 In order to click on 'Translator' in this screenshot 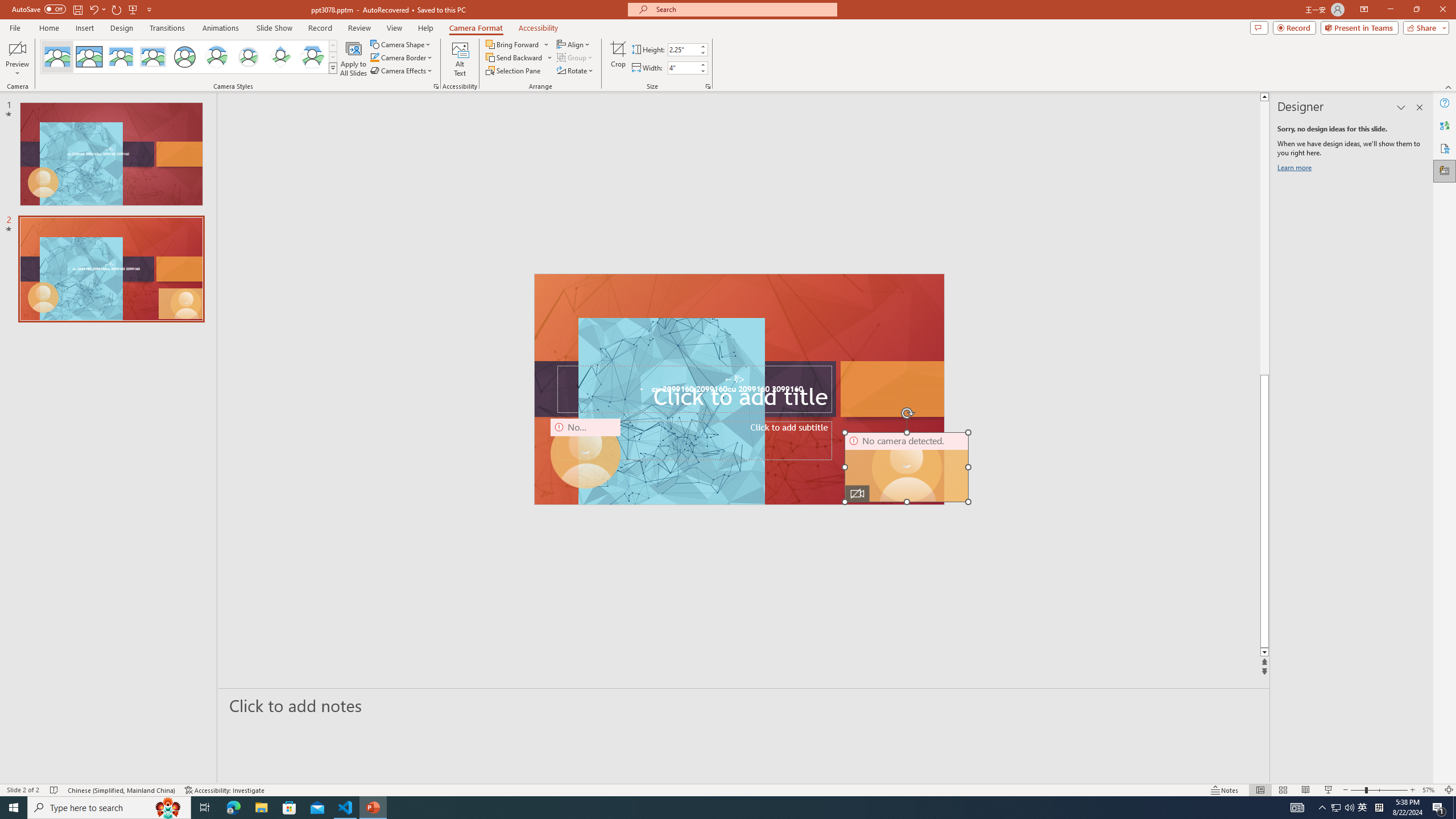, I will do `click(1444, 126)`.